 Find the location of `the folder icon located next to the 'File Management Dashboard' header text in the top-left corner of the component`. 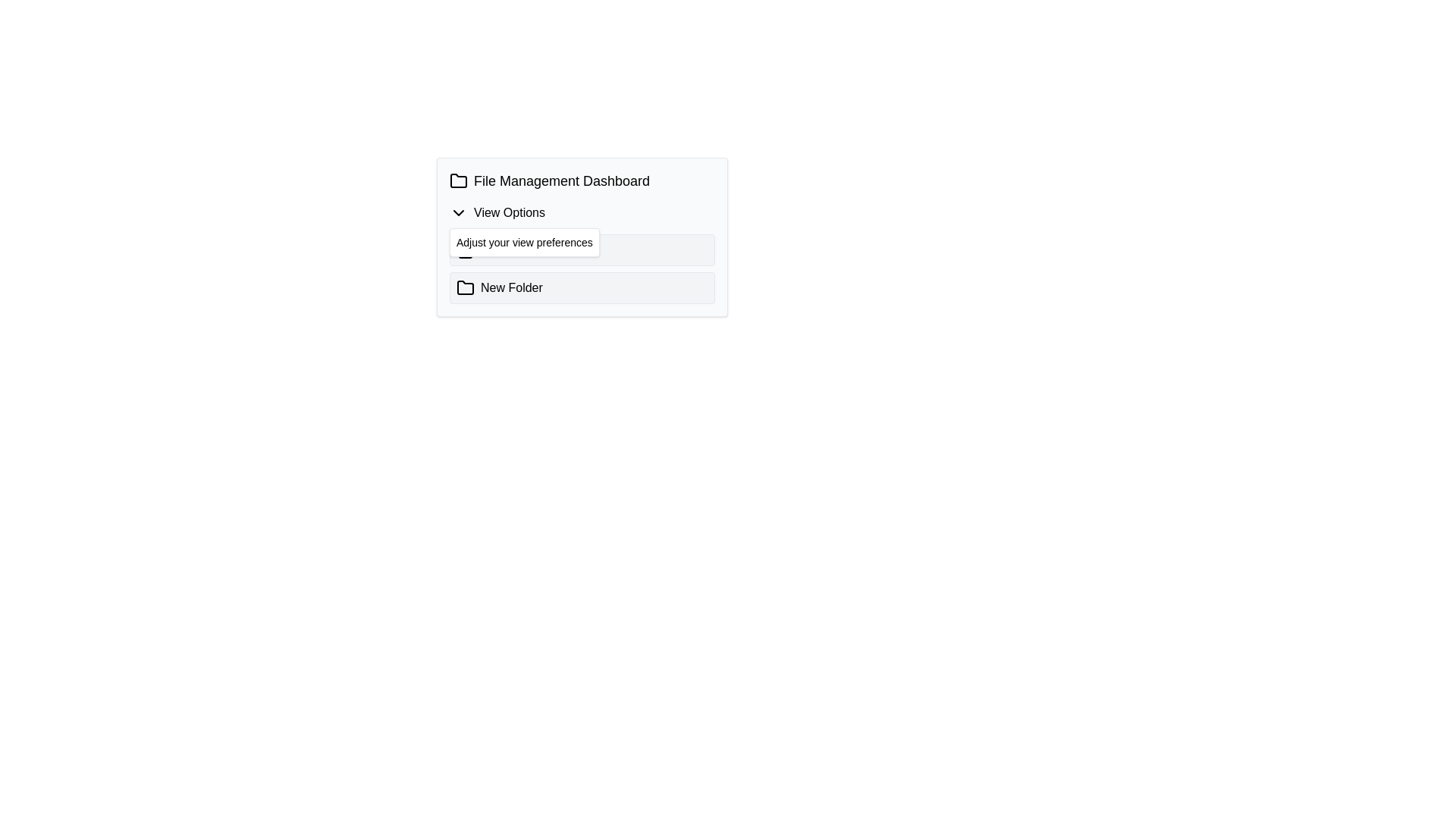

the folder icon located next to the 'File Management Dashboard' header text in the top-left corner of the component is located at coordinates (457, 180).